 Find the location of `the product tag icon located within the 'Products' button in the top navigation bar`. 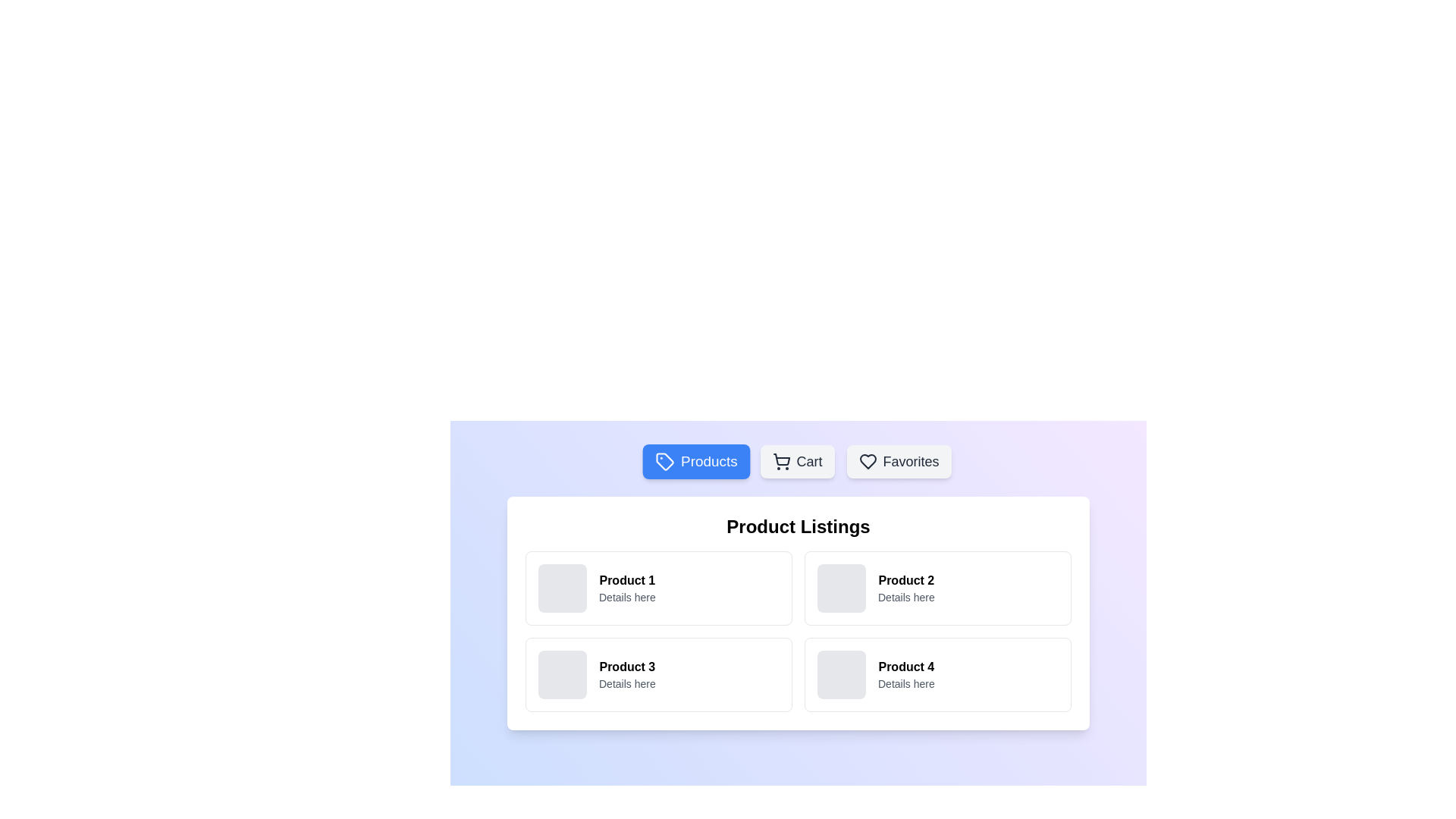

the product tag icon located within the 'Products' button in the top navigation bar is located at coordinates (665, 461).